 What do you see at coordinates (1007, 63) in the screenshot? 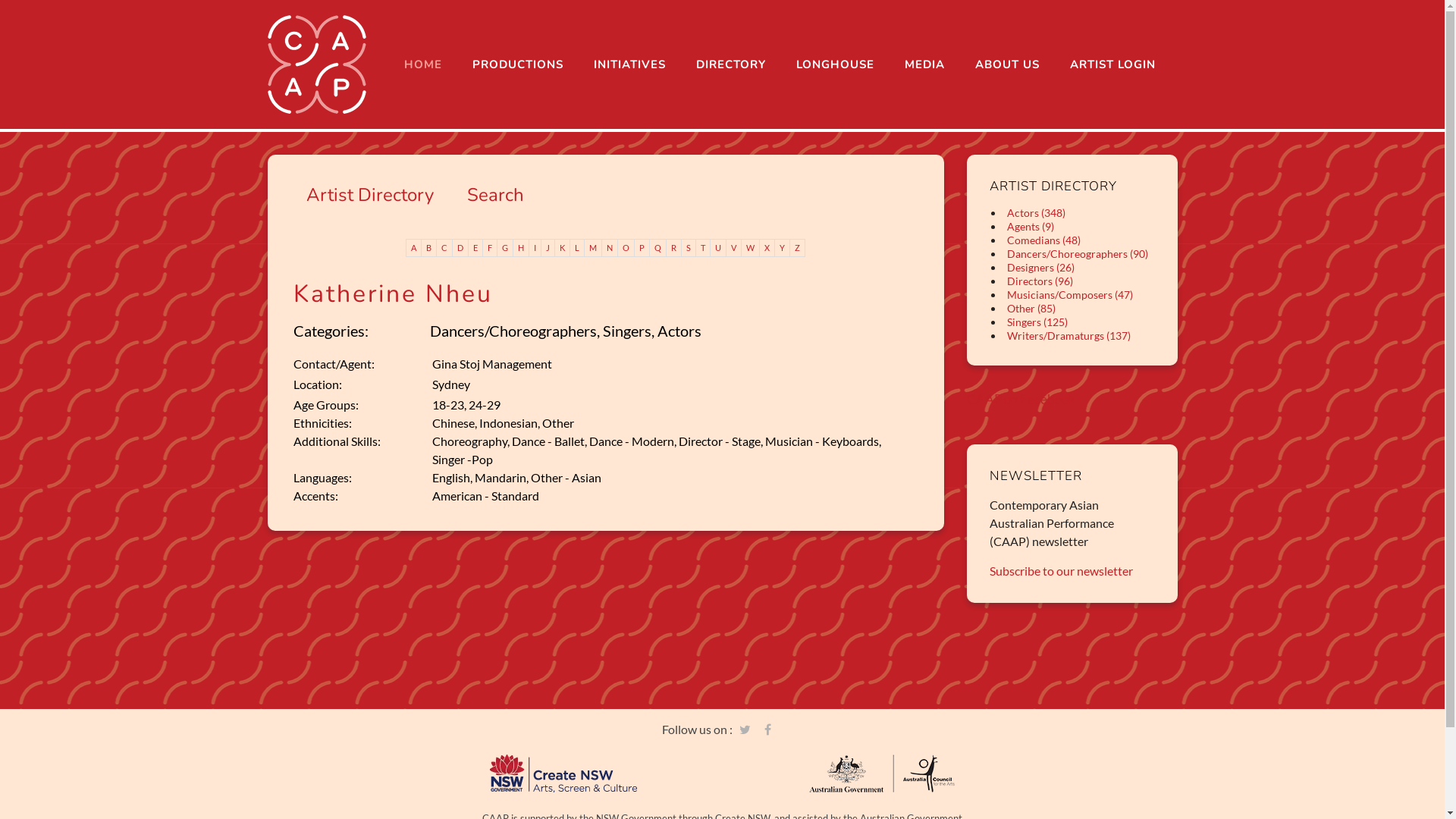
I see `'ABOUT US'` at bounding box center [1007, 63].